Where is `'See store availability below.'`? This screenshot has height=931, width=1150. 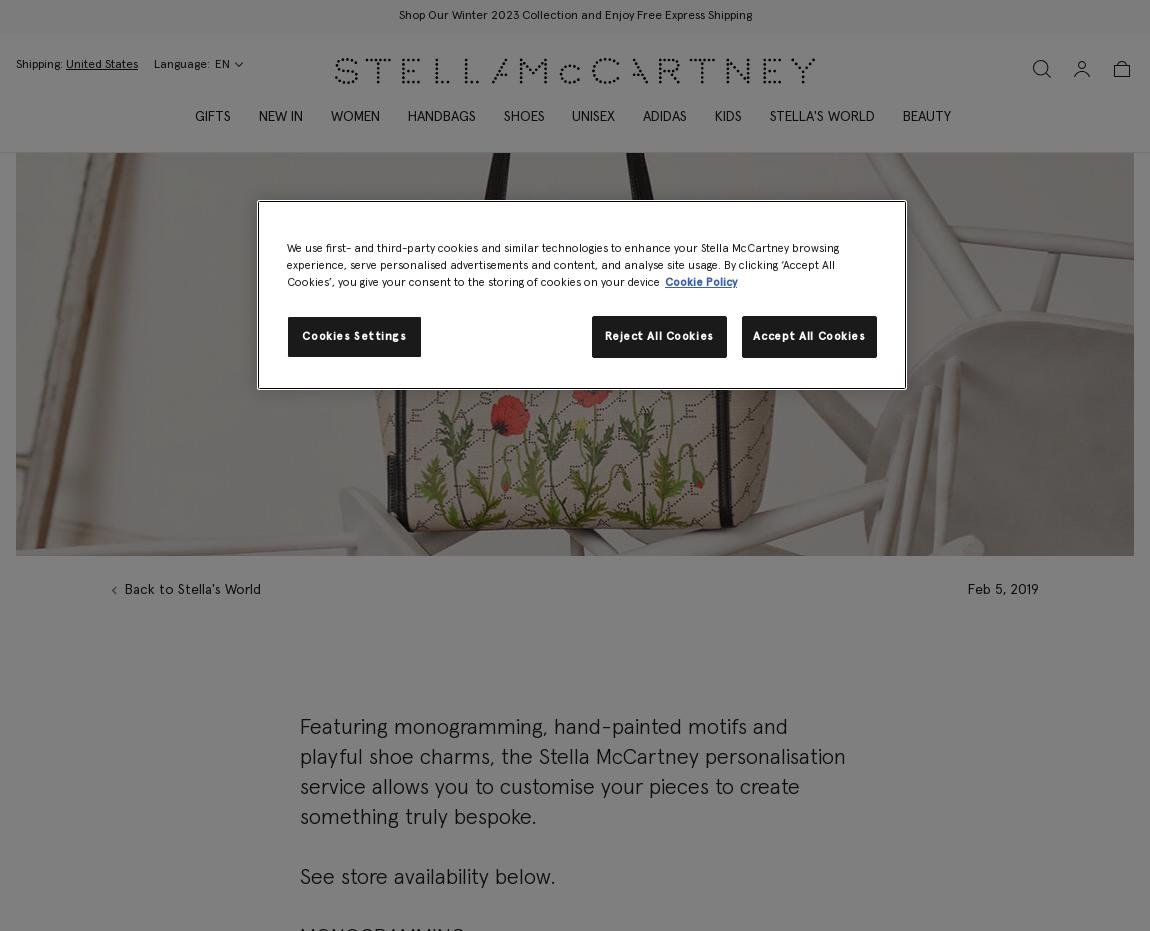 'See store availability below.' is located at coordinates (426, 878).